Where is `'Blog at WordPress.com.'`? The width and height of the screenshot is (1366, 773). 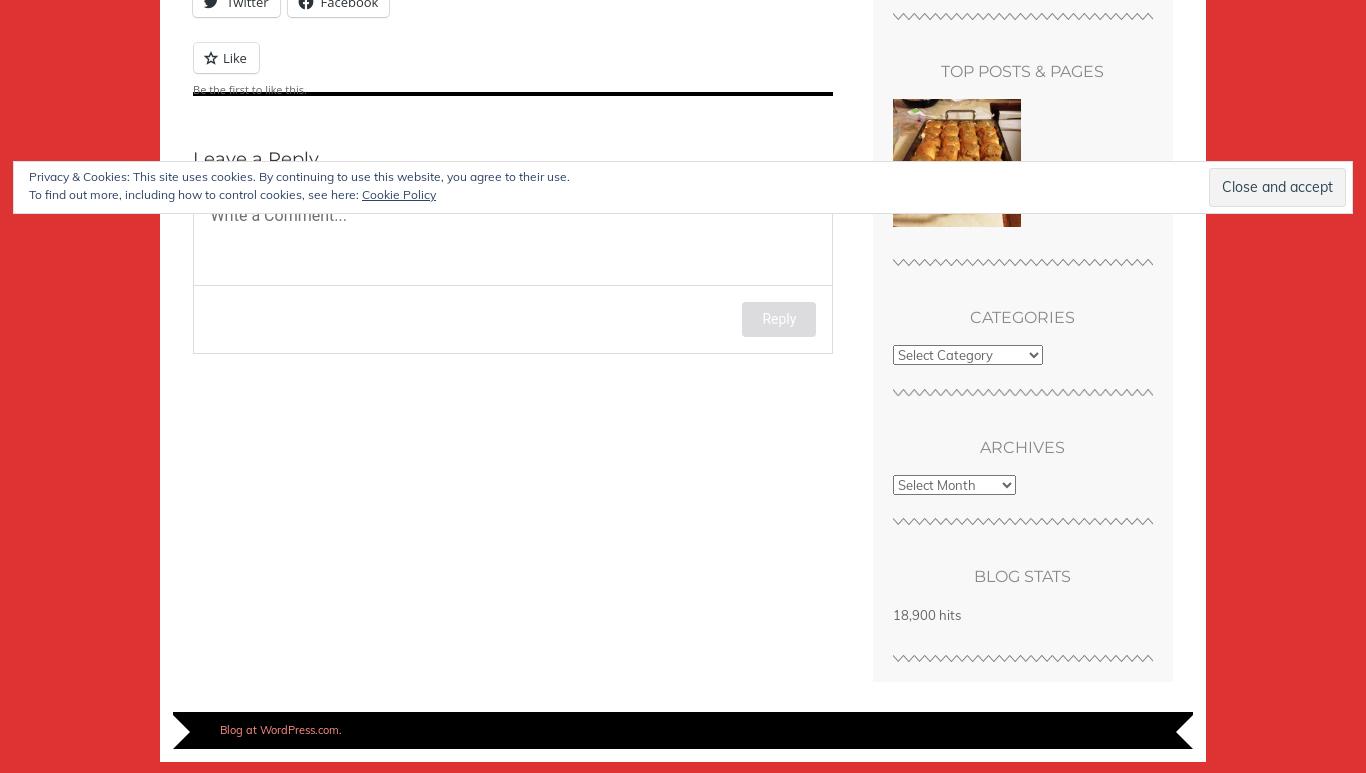 'Blog at WordPress.com.' is located at coordinates (280, 730).